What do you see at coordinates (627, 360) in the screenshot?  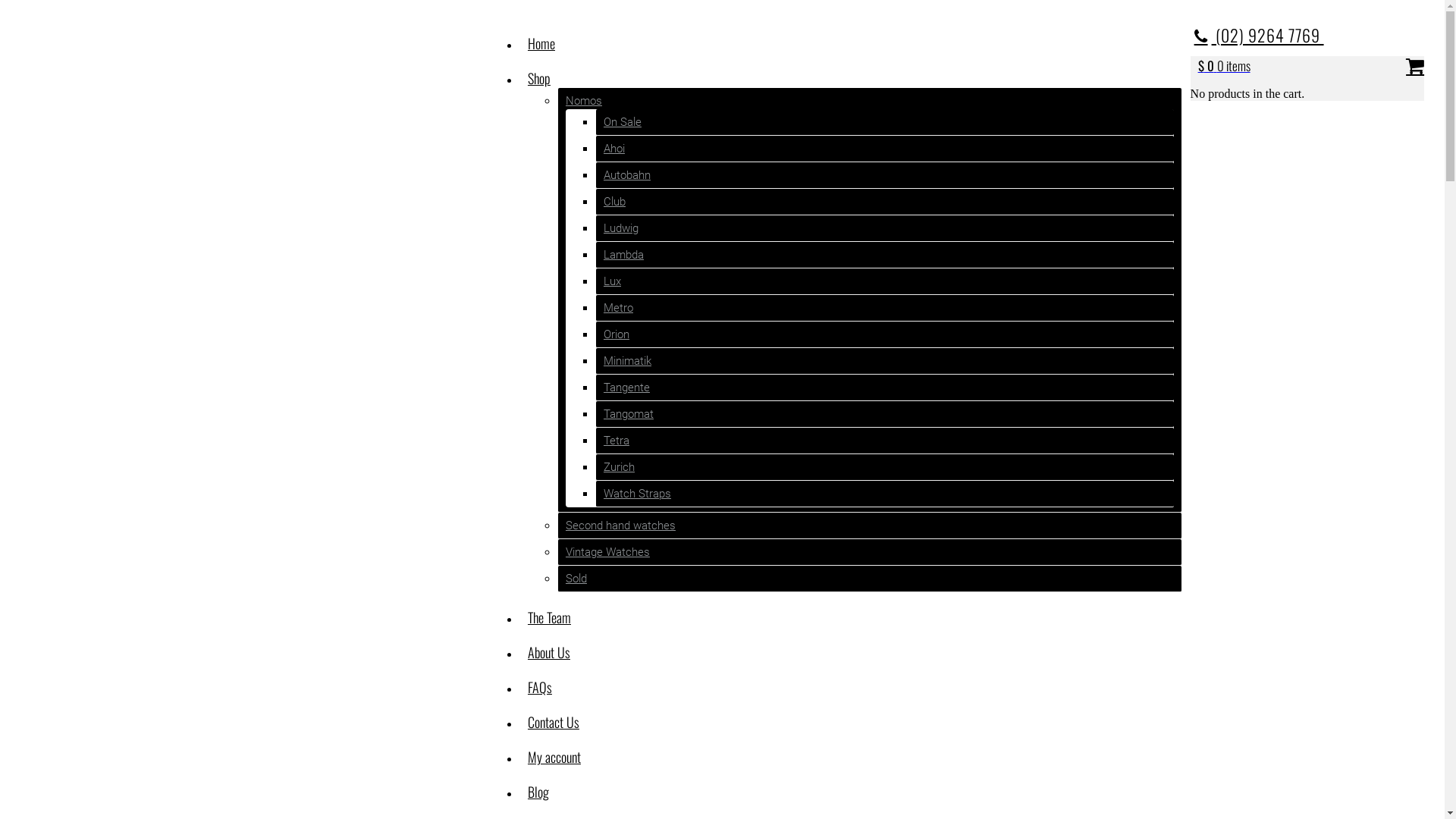 I see `'Minimatik'` at bounding box center [627, 360].